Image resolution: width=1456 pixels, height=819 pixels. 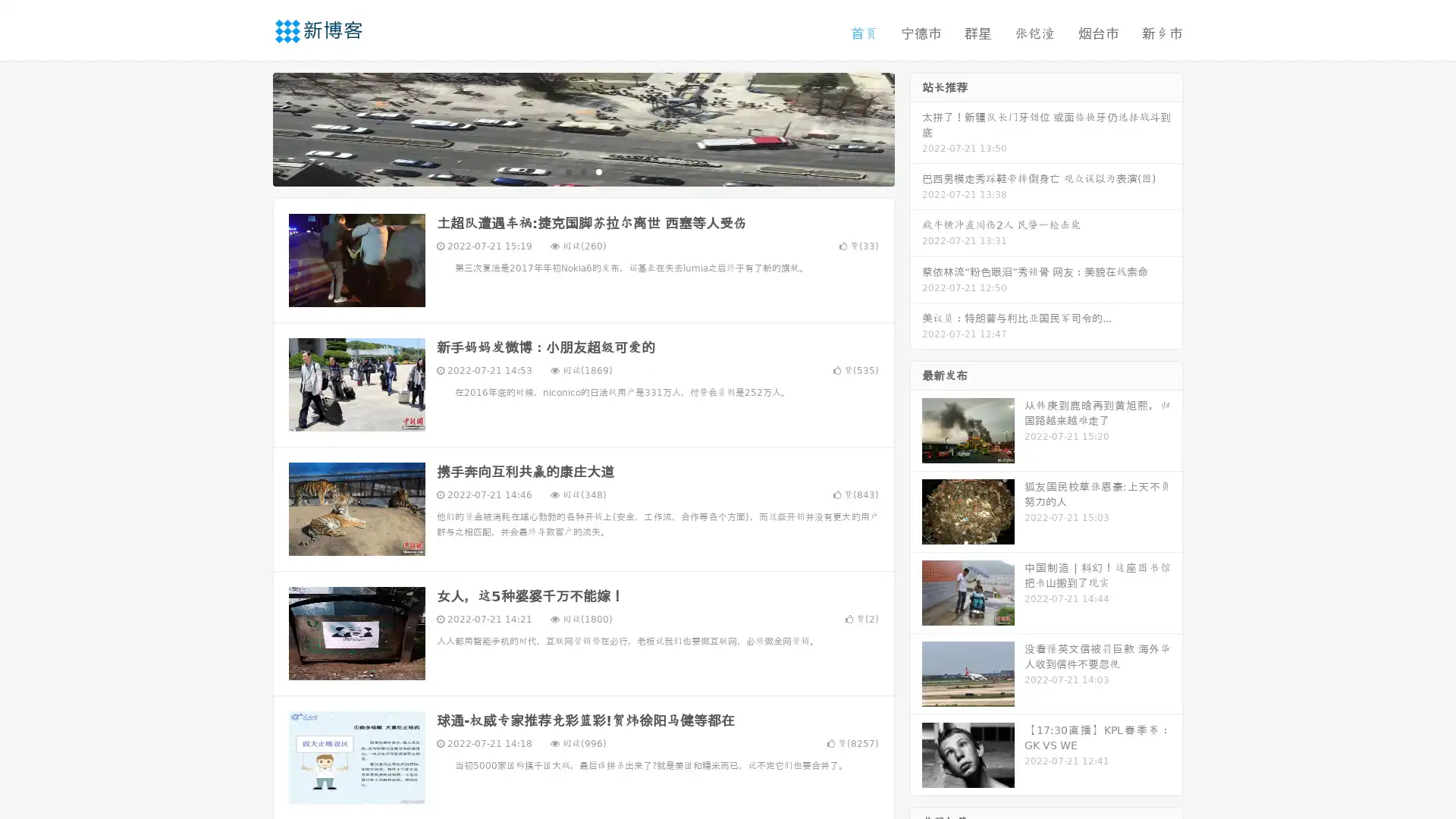 What do you see at coordinates (567, 171) in the screenshot?
I see `Go to slide 1` at bounding box center [567, 171].